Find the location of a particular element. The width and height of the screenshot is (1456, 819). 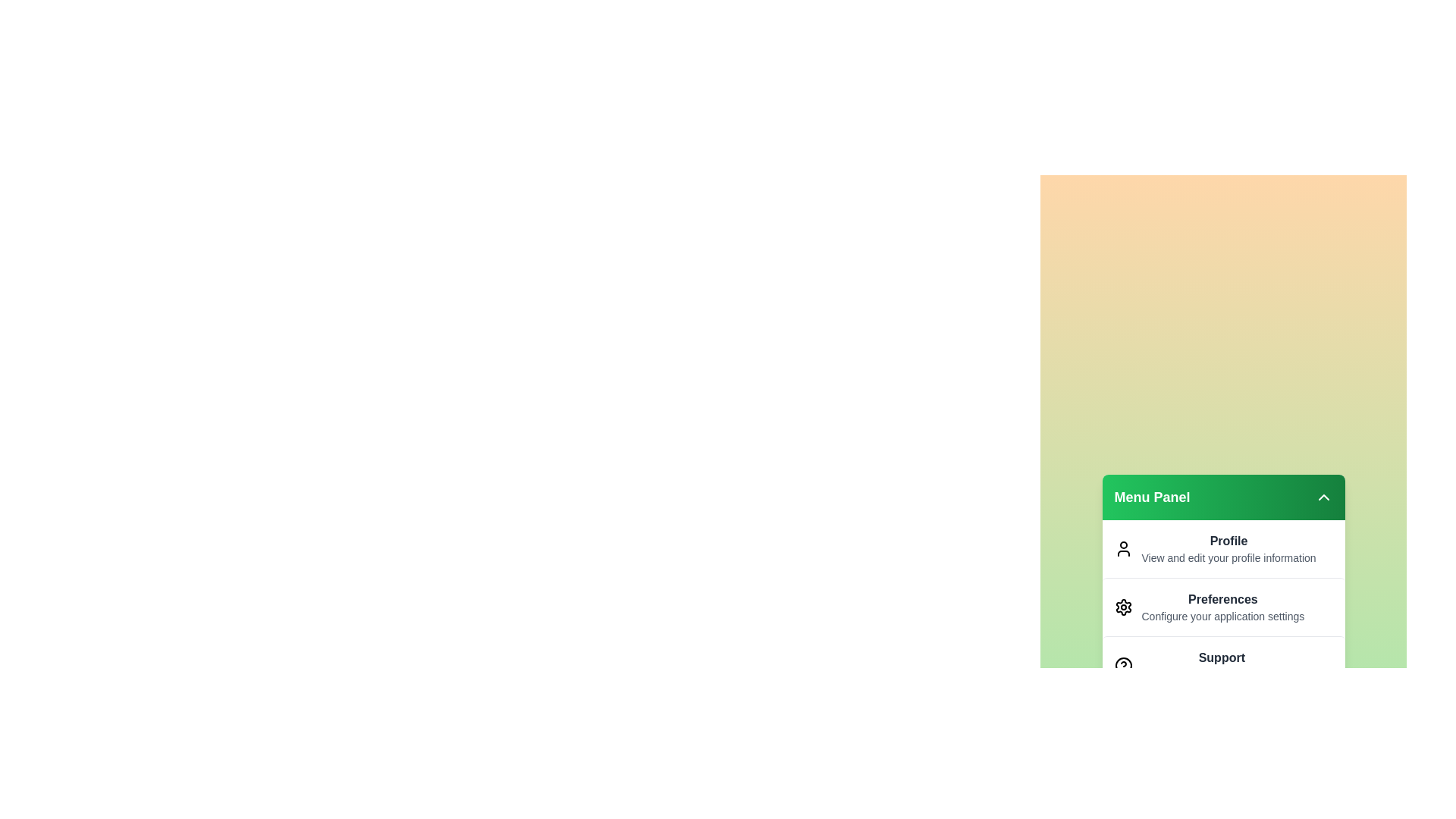

toggle button to change the menu panel state is located at coordinates (1323, 497).